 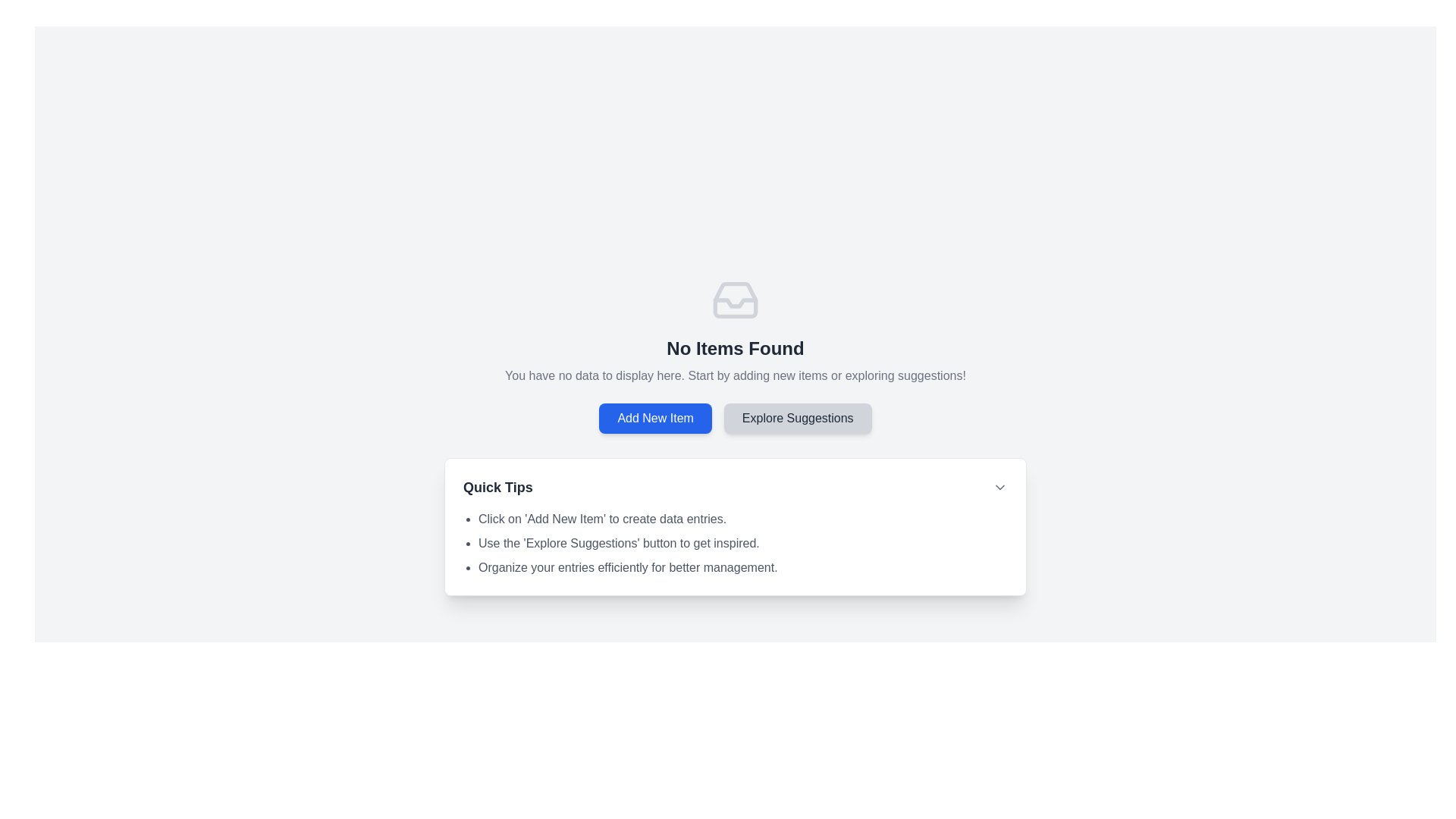 What do you see at coordinates (735, 348) in the screenshot?
I see `the static text label indicating that no items are available, located below the inbox icon and above the action buttons` at bounding box center [735, 348].